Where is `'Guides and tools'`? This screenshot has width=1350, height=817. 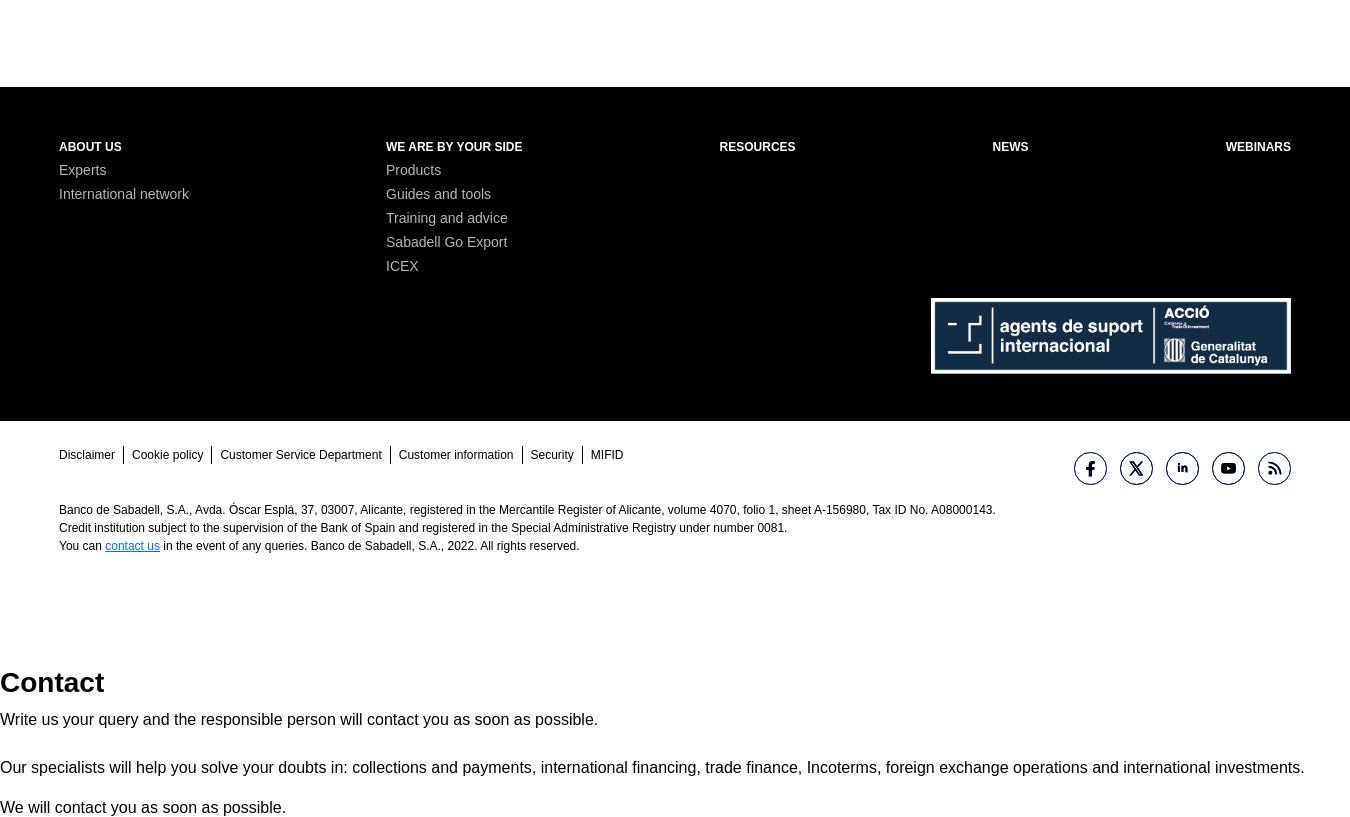 'Guides and tools' is located at coordinates (385, 191).